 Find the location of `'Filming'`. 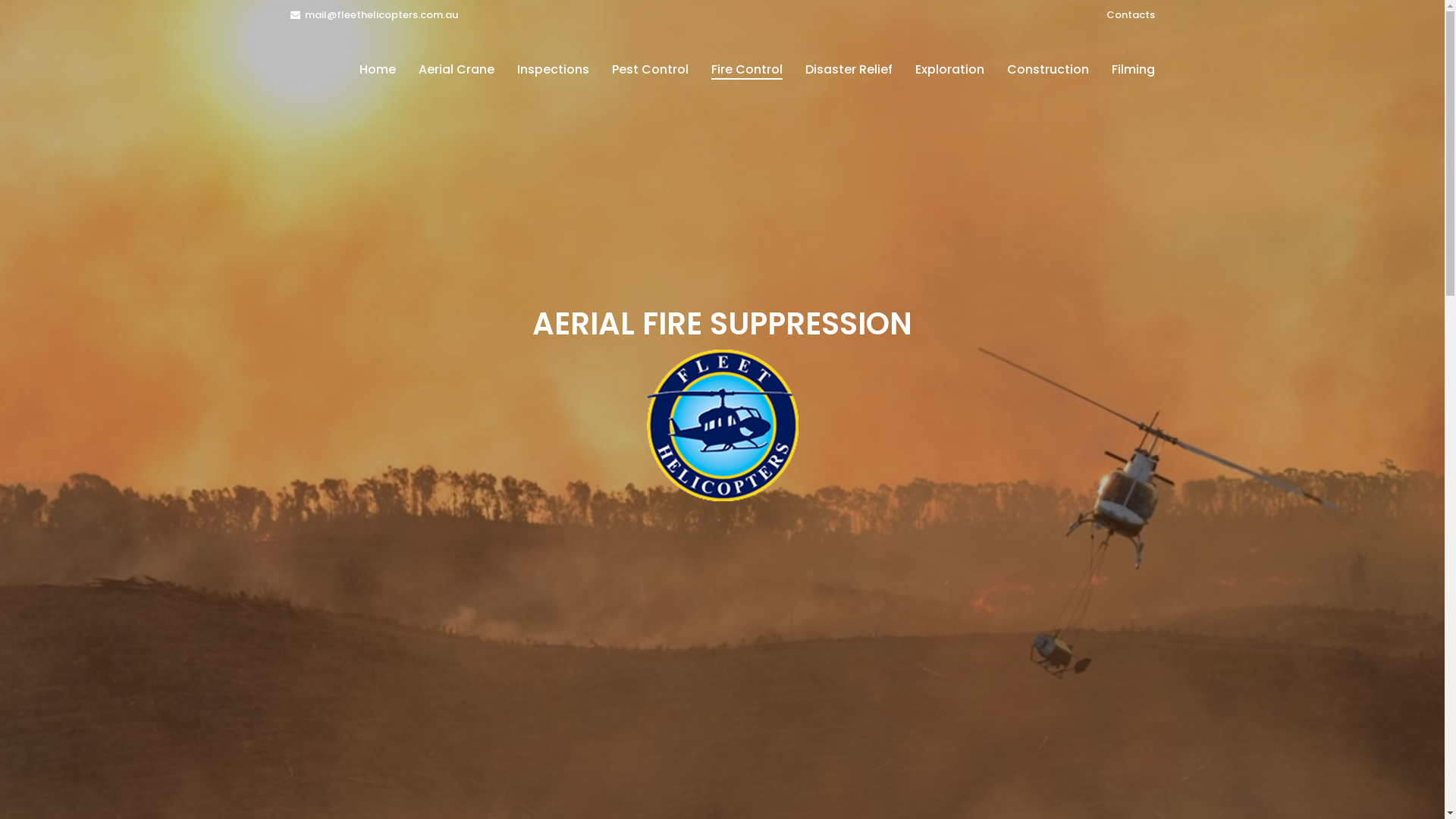

'Filming' is located at coordinates (1132, 70).